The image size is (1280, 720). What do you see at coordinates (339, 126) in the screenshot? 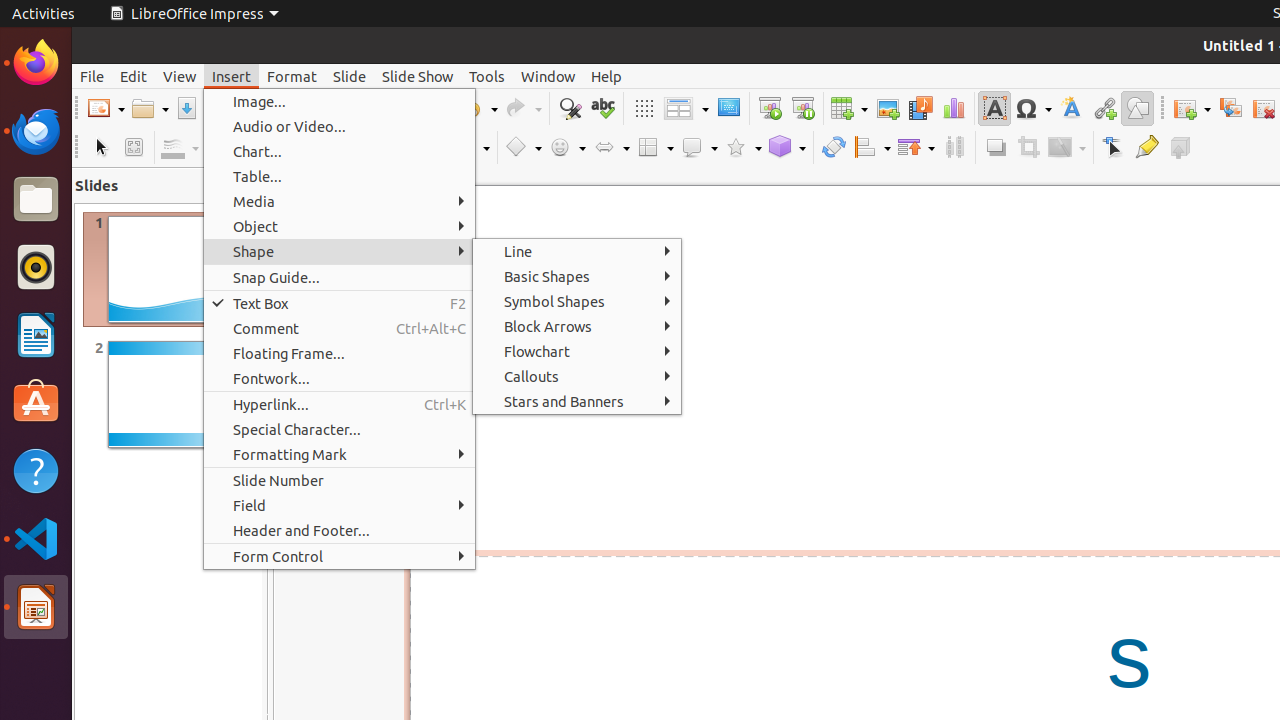
I see `'Audio or Video...'` at bounding box center [339, 126].